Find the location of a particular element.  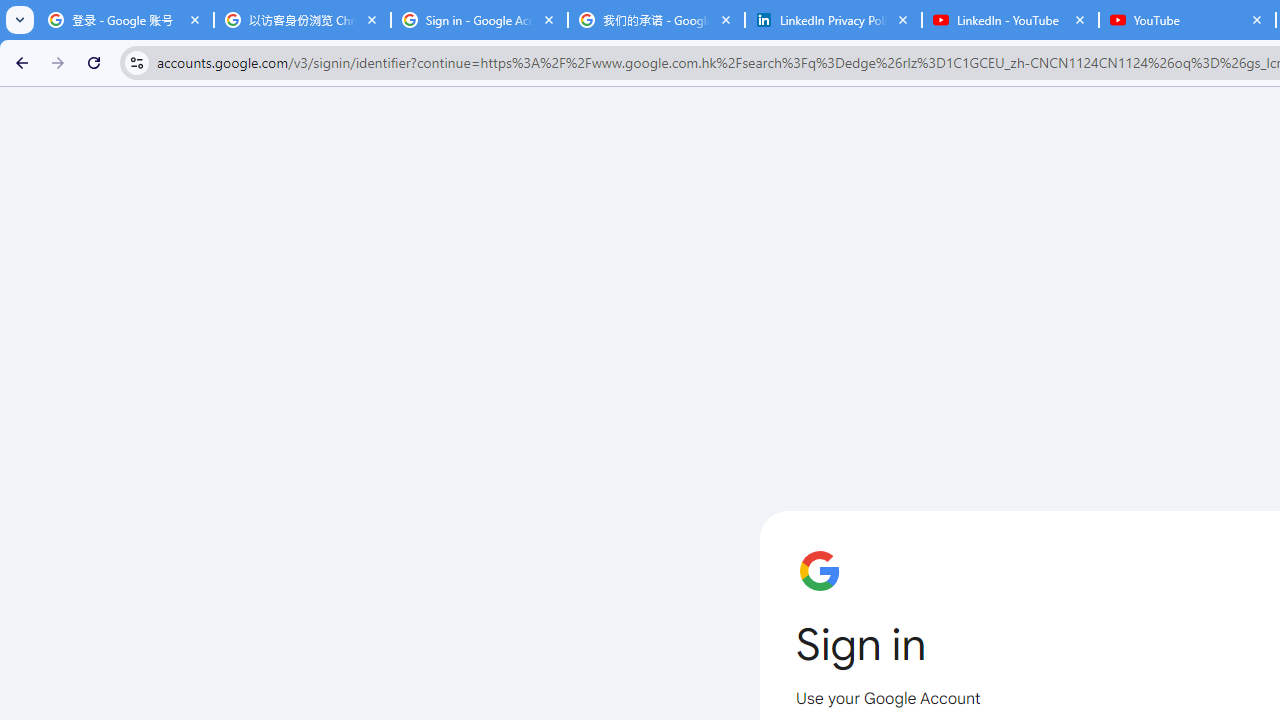

'LinkedIn Privacy Policy' is located at coordinates (833, 20).